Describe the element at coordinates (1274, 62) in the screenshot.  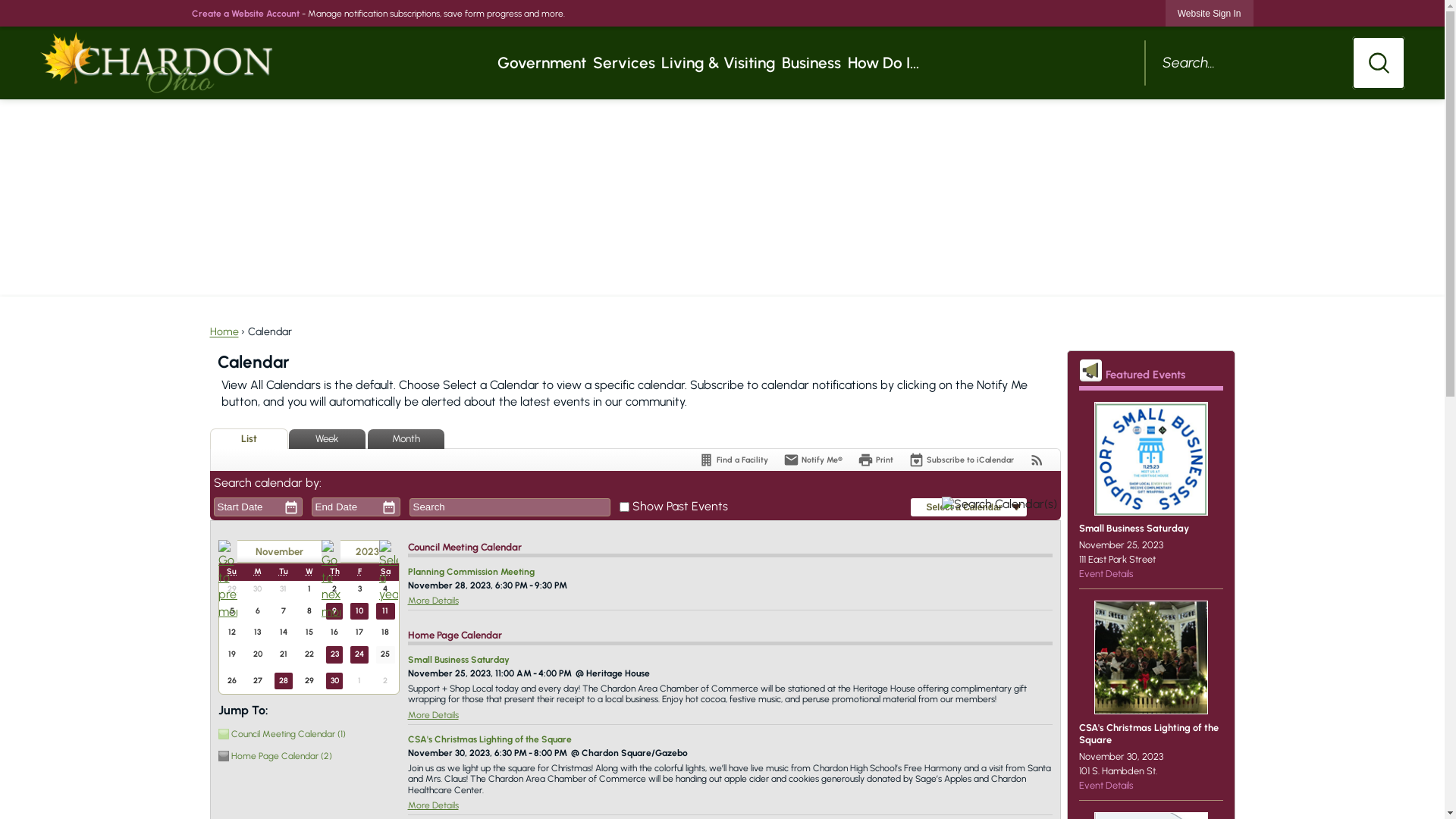
I see `'Search...'` at that location.